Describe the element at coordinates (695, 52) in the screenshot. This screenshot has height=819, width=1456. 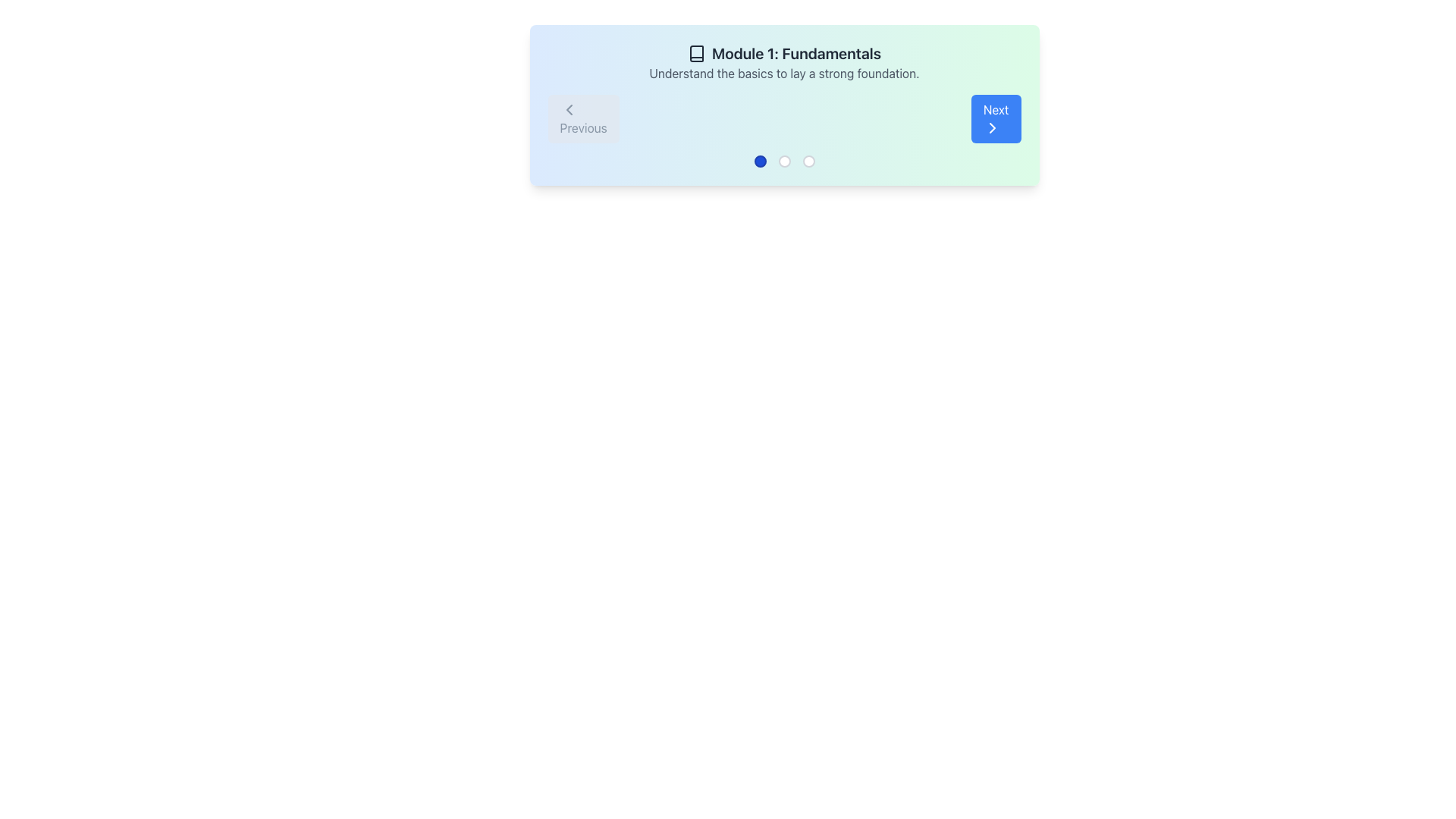
I see `the educational module icon located to the immediate left of the text 'Module 1: Fundamentals' in the top-center region of the interface` at that location.